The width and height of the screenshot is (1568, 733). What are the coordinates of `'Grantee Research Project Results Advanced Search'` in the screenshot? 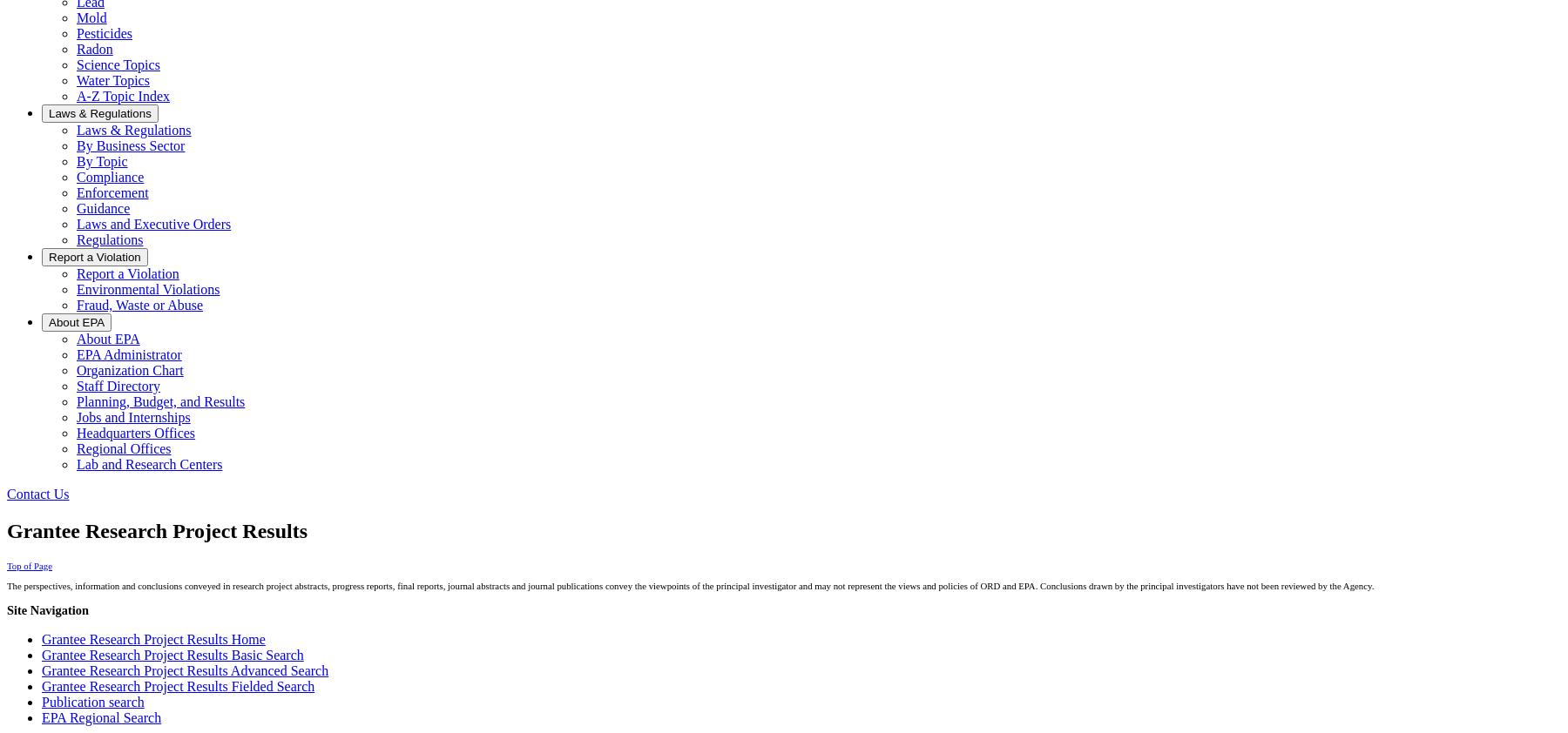 It's located at (185, 670).